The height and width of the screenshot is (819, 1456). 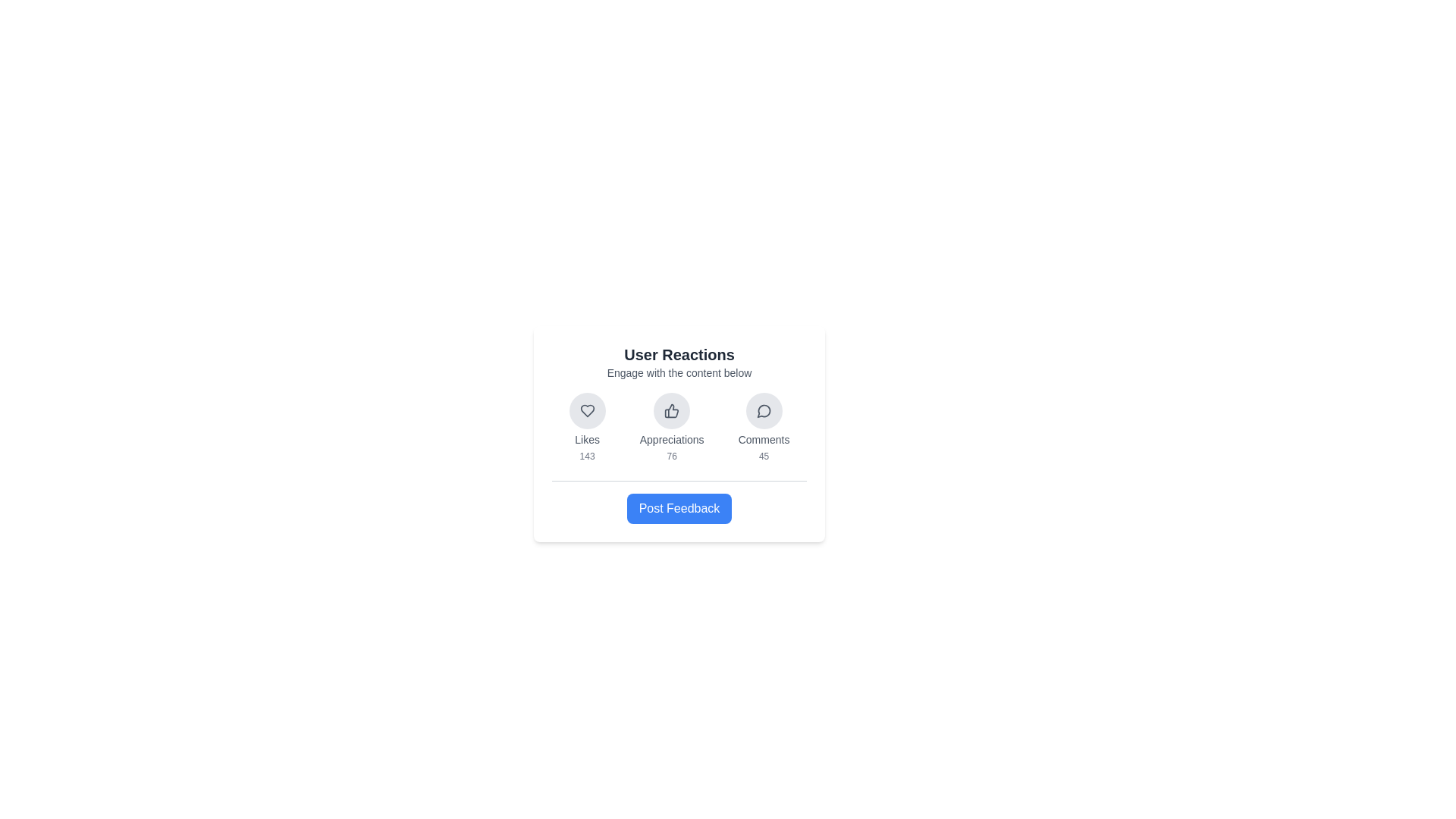 What do you see at coordinates (679, 434) in the screenshot?
I see `the 'Appreciations' reaction option` at bounding box center [679, 434].